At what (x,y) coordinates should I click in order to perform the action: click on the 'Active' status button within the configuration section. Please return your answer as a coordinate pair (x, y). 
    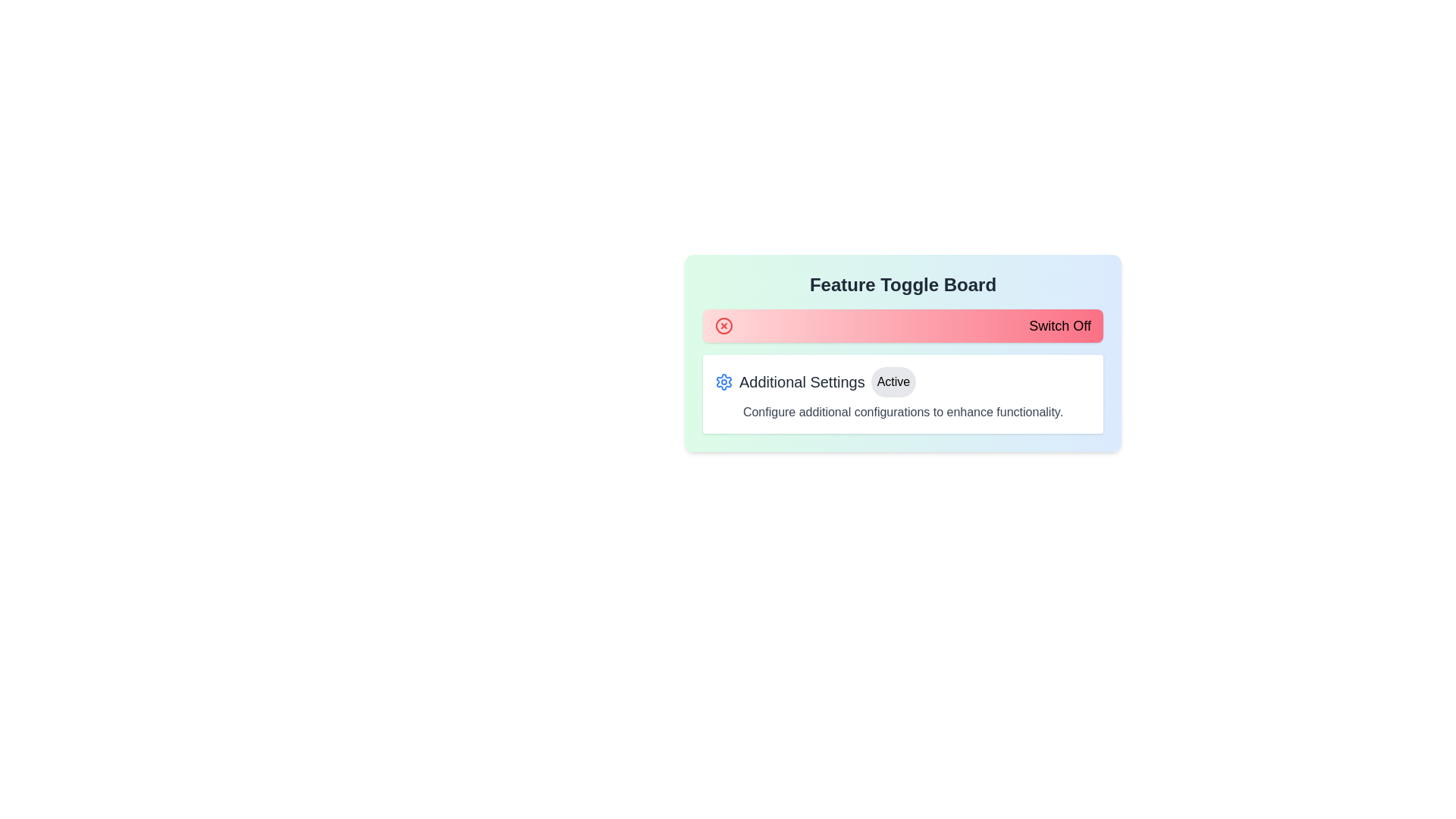
    Looking at the image, I should click on (902, 394).